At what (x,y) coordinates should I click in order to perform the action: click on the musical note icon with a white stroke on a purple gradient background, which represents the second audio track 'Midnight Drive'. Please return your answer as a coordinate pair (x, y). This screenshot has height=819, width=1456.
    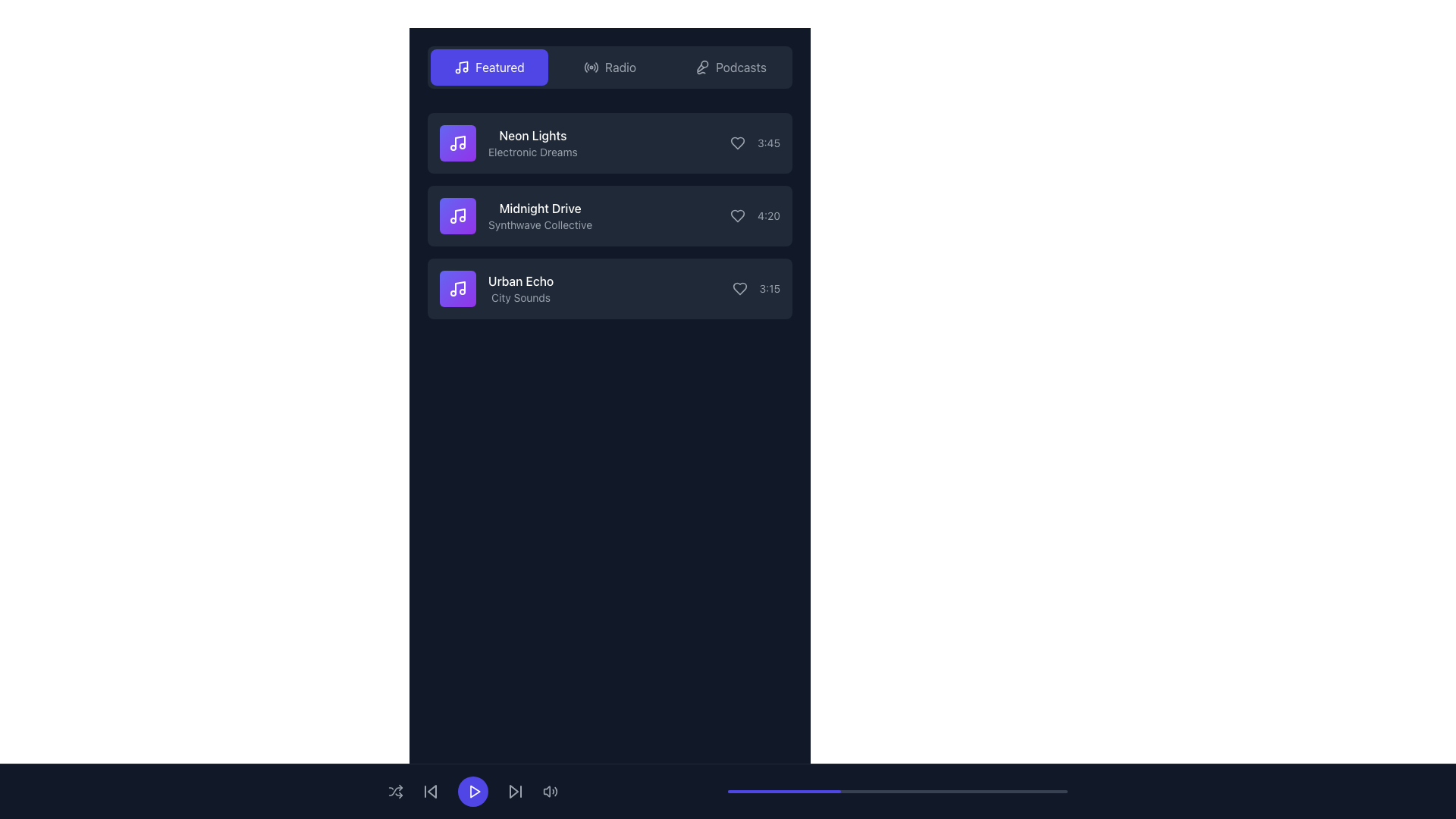
    Looking at the image, I should click on (457, 216).